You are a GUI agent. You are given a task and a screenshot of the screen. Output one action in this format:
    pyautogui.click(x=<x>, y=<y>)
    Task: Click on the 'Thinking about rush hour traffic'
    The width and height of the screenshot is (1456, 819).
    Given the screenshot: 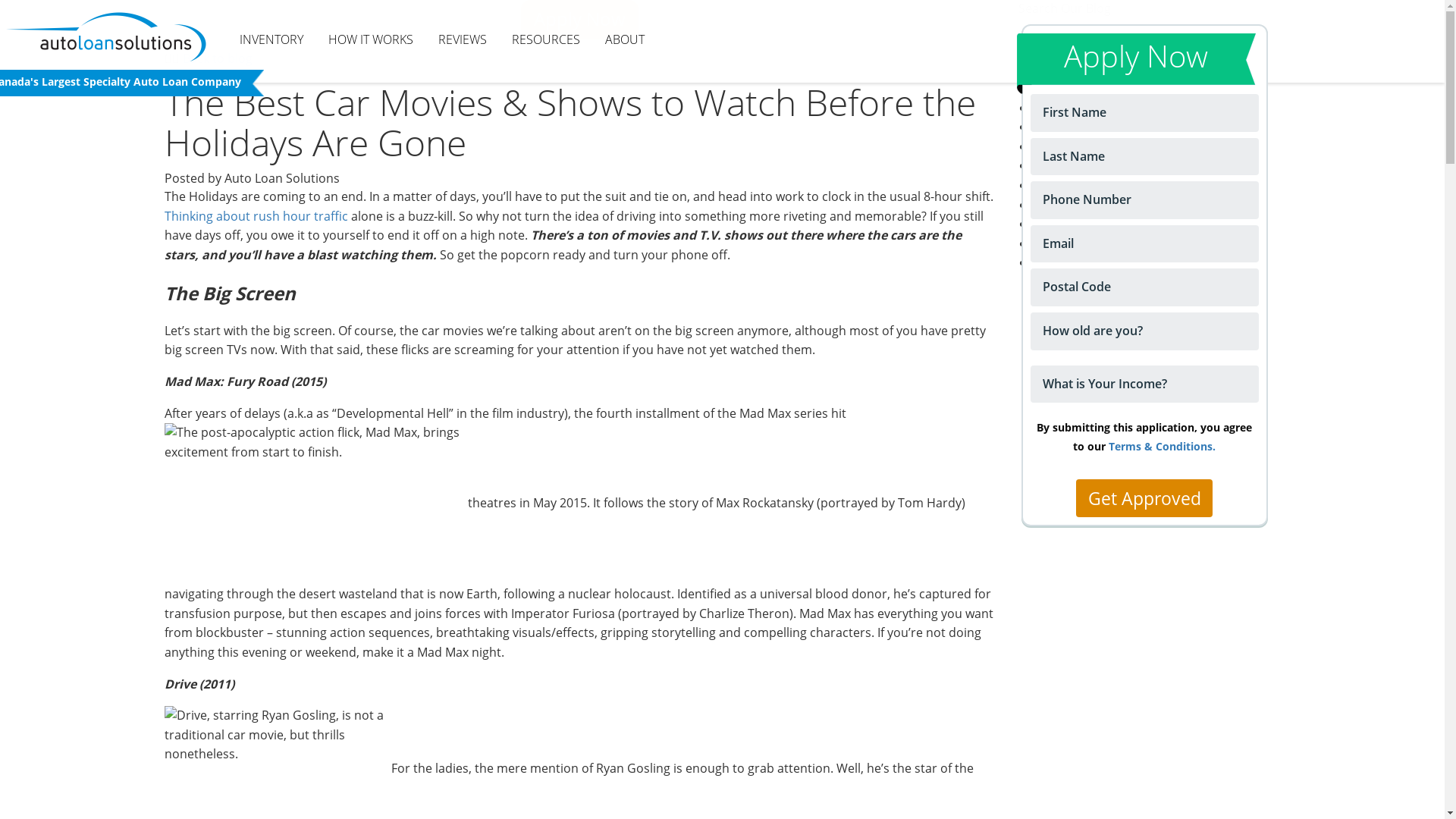 What is the action you would take?
    pyautogui.click(x=255, y=216)
    